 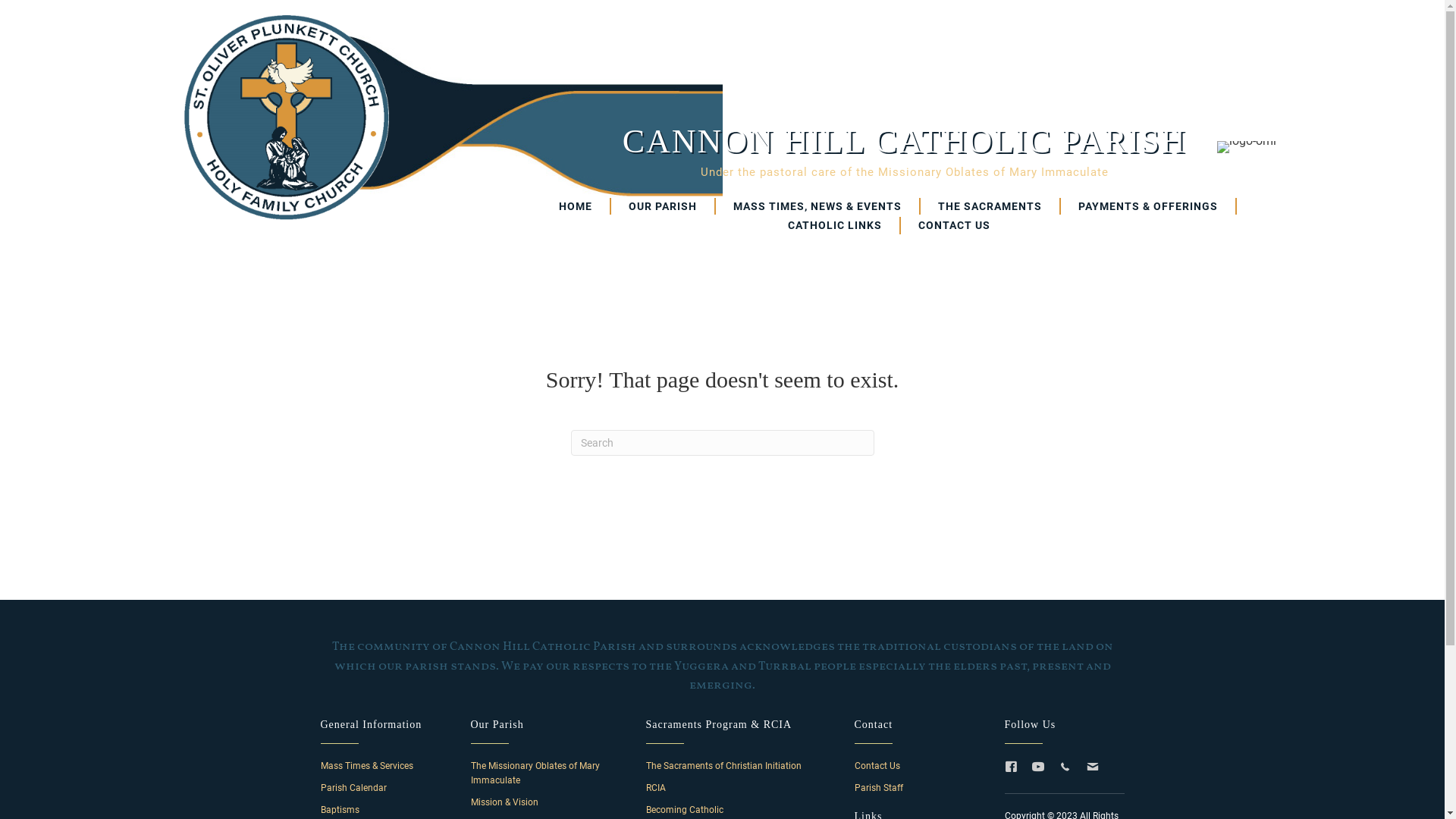 What do you see at coordinates (319, 809) in the screenshot?
I see `'Baptisms'` at bounding box center [319, 809].